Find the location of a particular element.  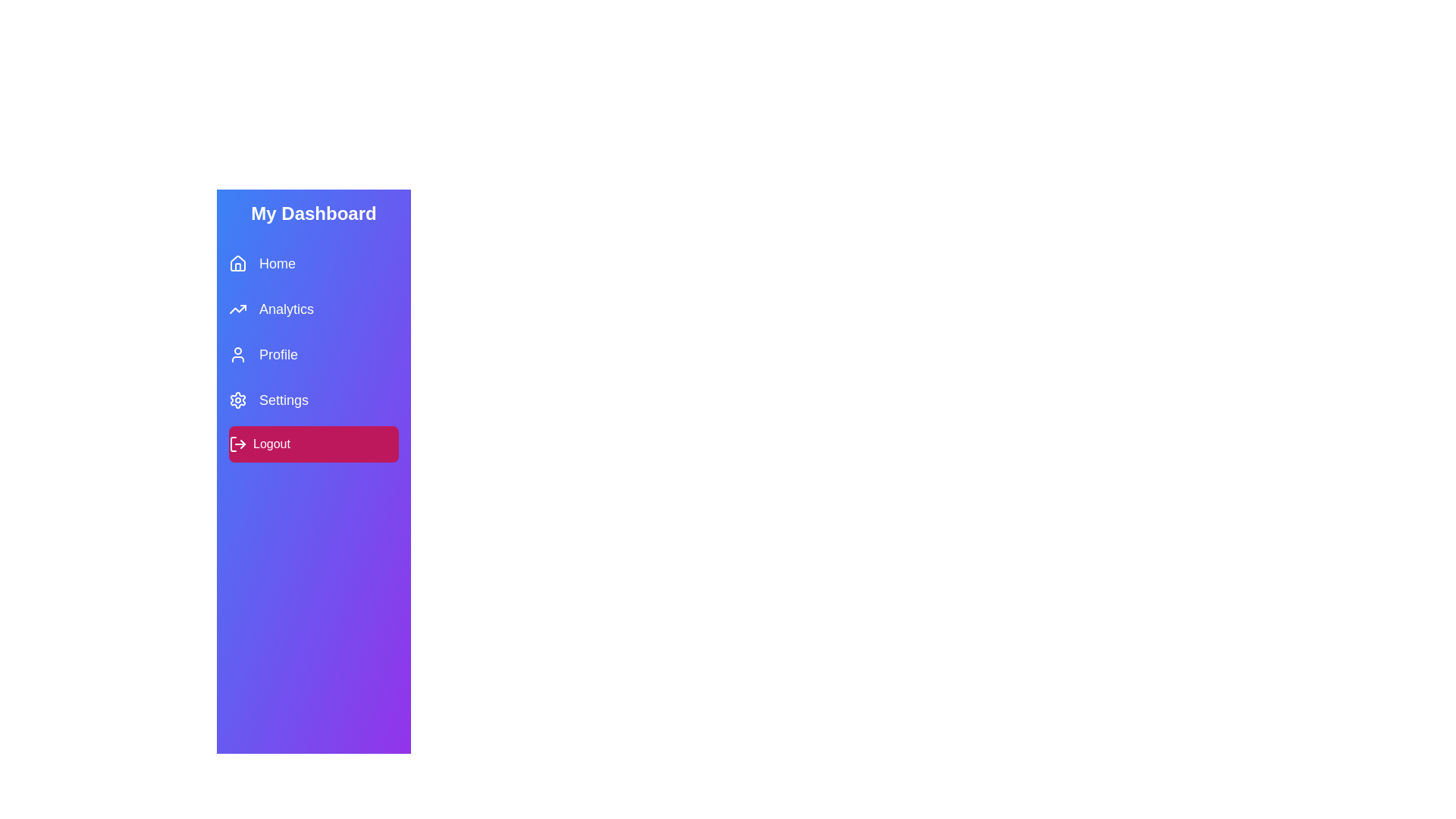

the gear-shaped icon associated with settings is located at coordinates (237, 400).